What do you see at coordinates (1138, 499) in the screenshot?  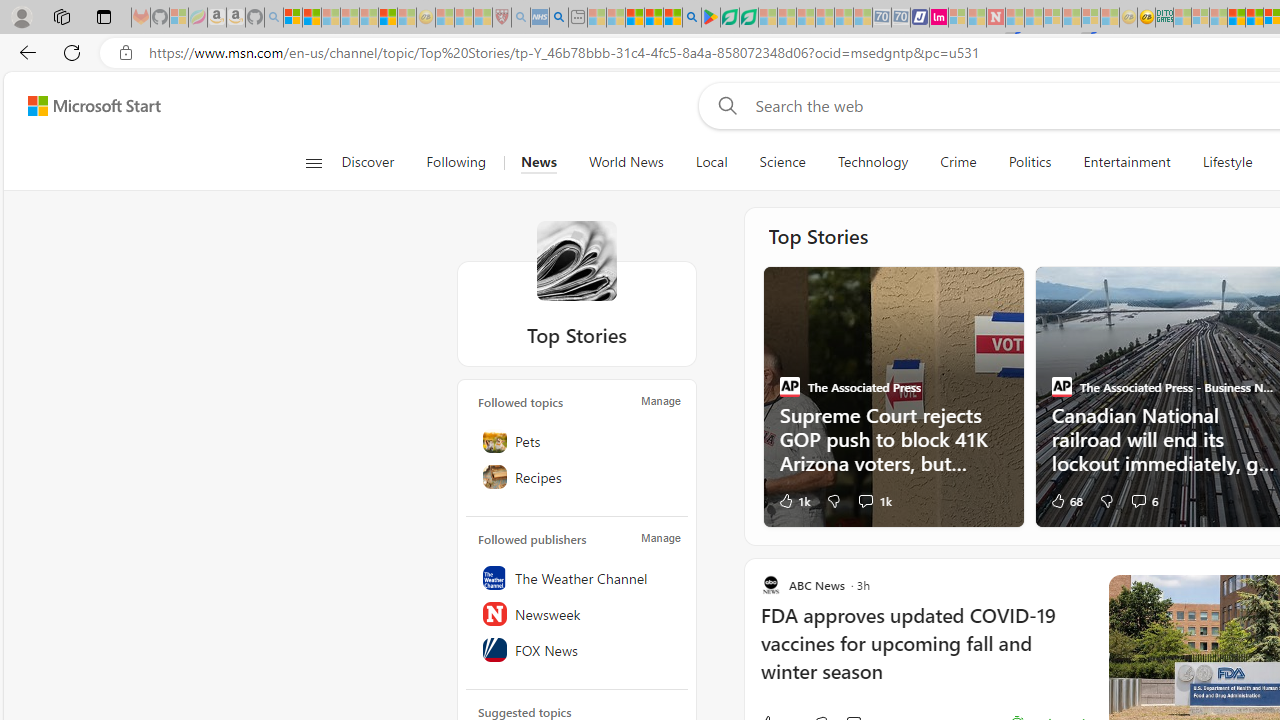 I see `'View comments 6 Comment'` at bounding box center [1138, 499].